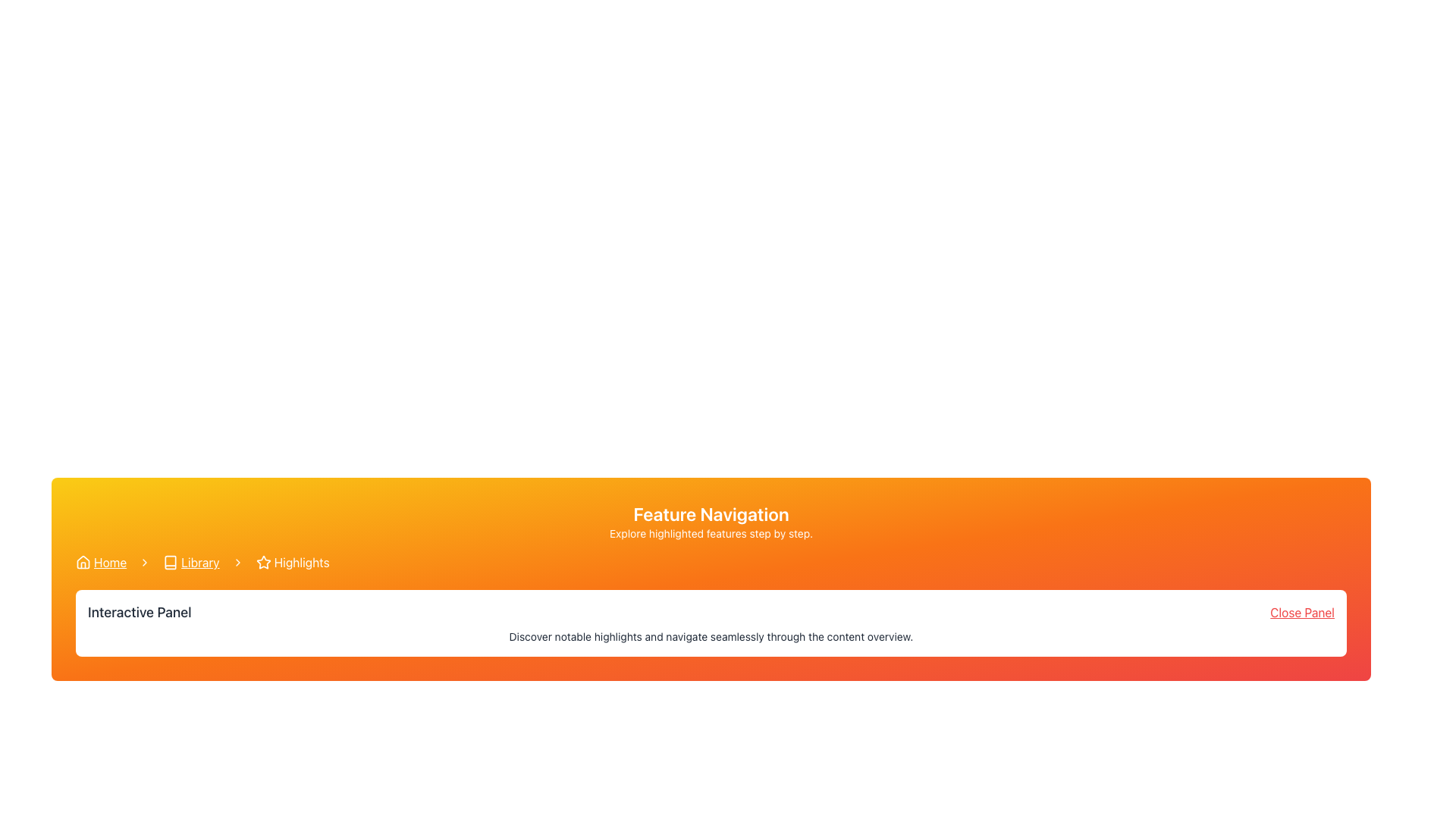 The image size is (1456, 819). What do you see at coordinates (109, 562) in the screenshot?
I see `the 'Home' hyperlink located in the breadcrumb navigation bar` at bounding box center [109, 562].